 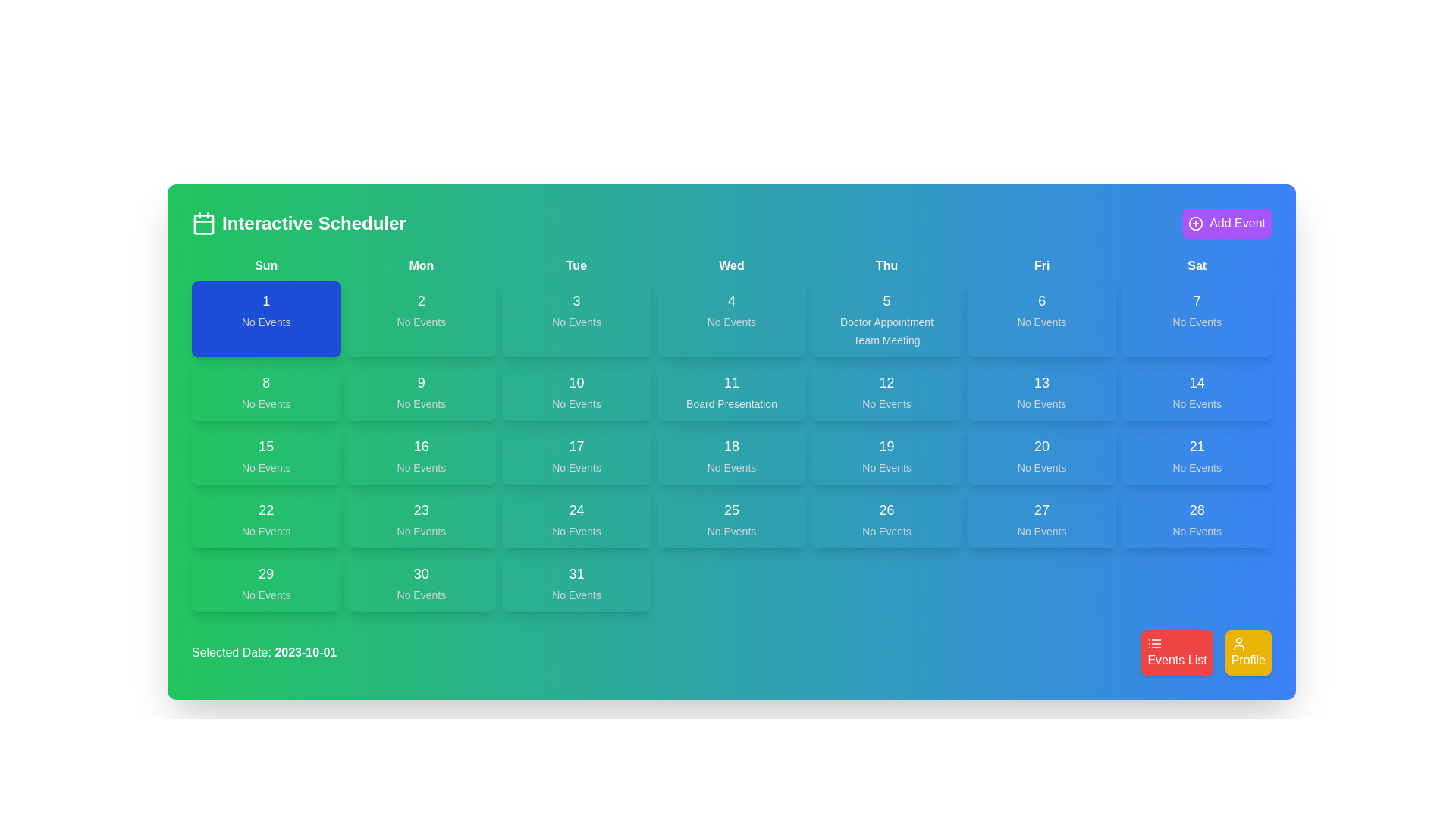 I want to click on the button-like calendar cell that displays the date '11' and the event 'Board Presentation', so click(x=731, y=391).